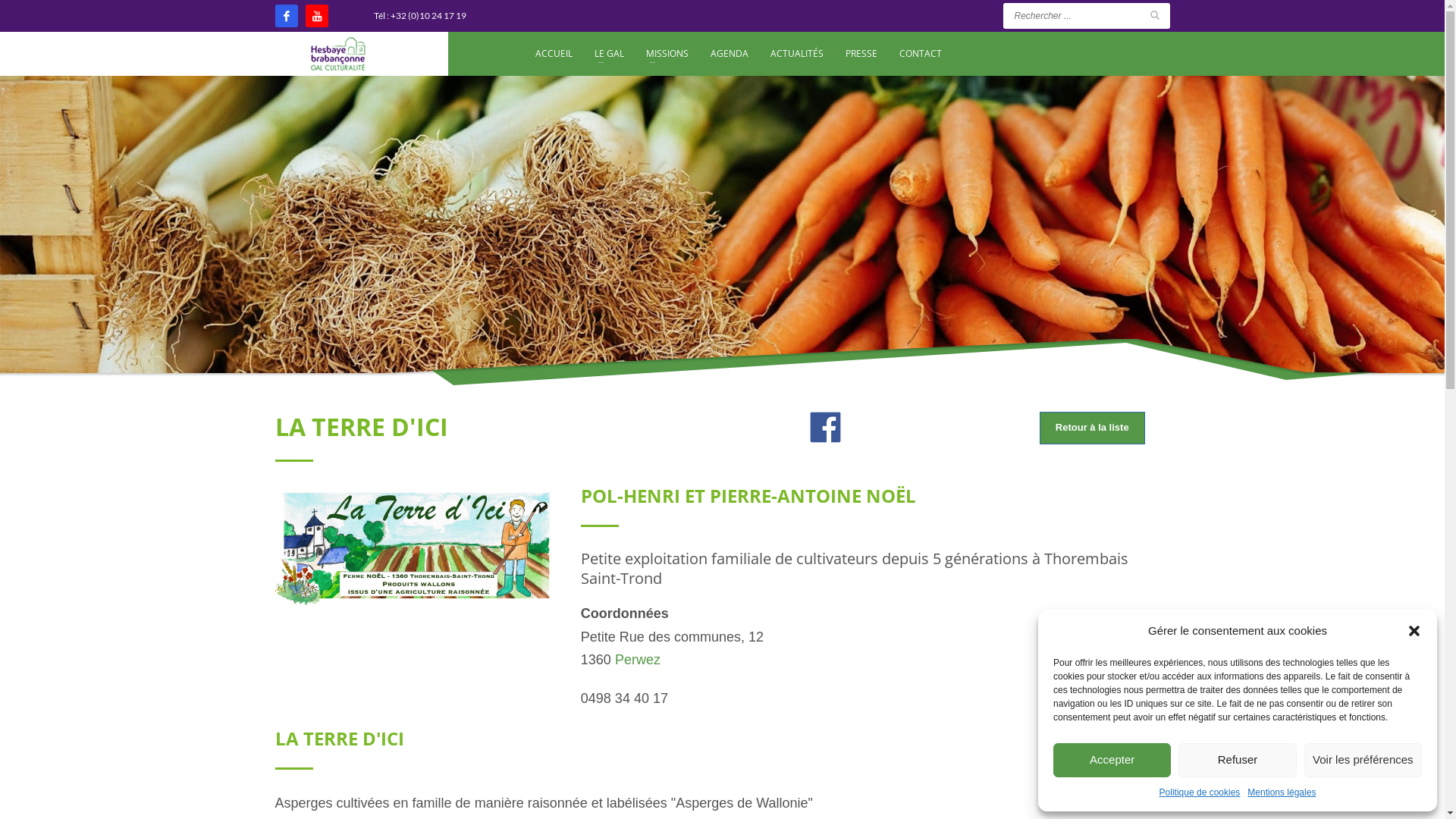 This screenshot has width=1456, height=819. I want to click on 'Refuser', so click(1237, 760).